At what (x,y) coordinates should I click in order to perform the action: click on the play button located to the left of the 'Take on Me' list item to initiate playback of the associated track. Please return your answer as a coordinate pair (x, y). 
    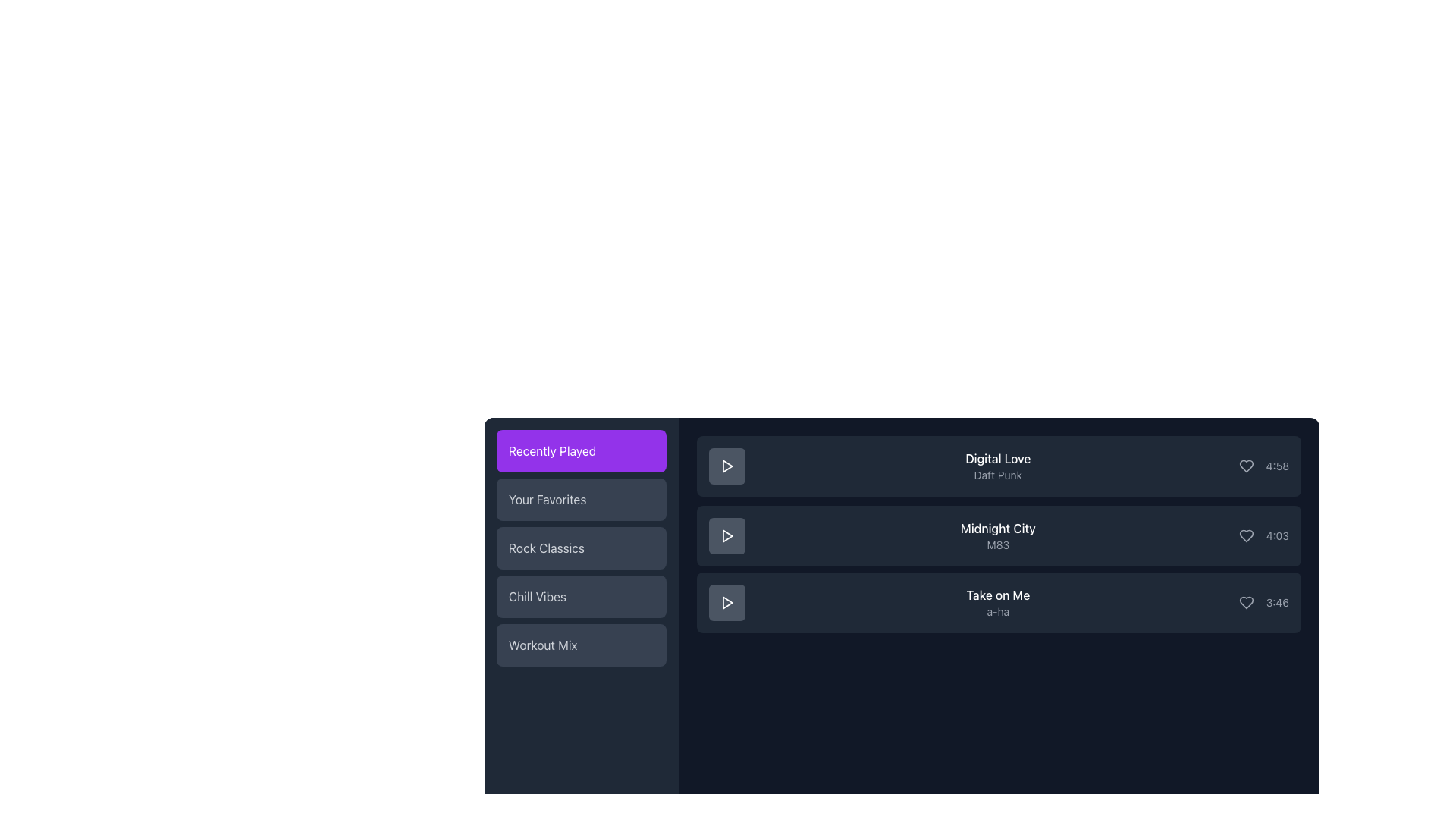
    Looking at the image, I should click on (726, 601).